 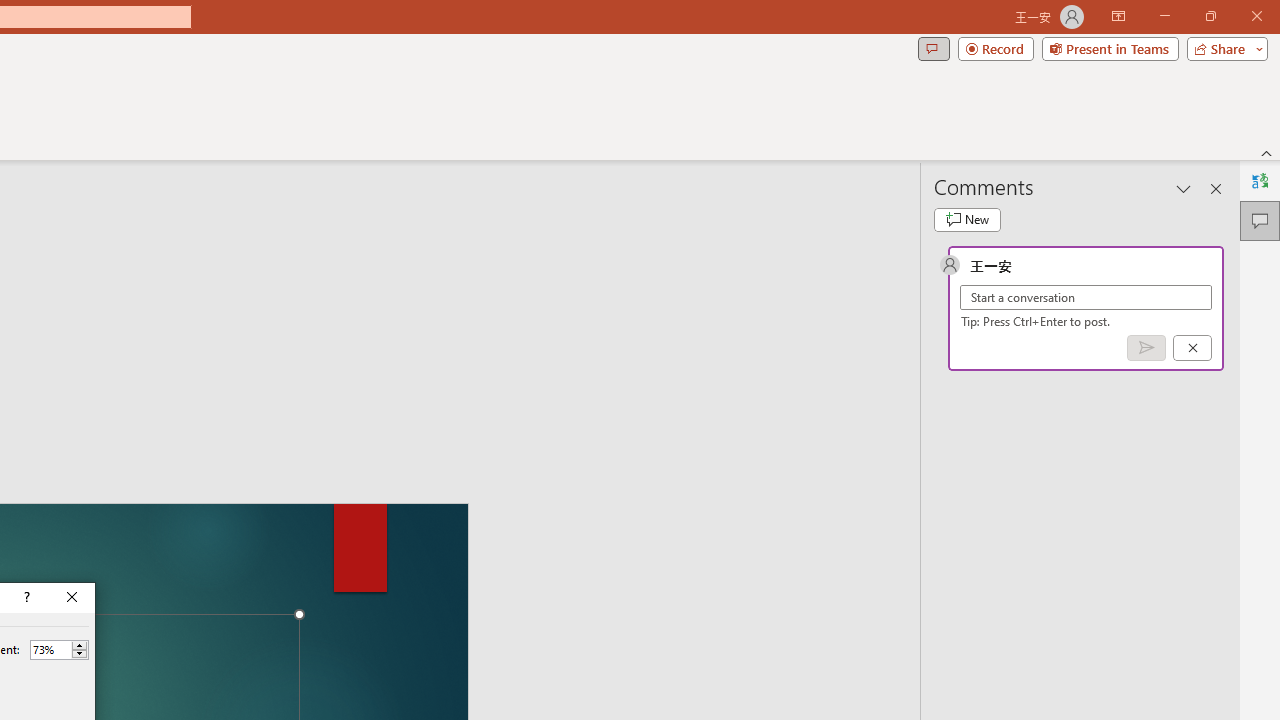 What do you see at coordinates (50, 649) in the screenshot?
I see `'Percent'` at bounding box center [50, 649].